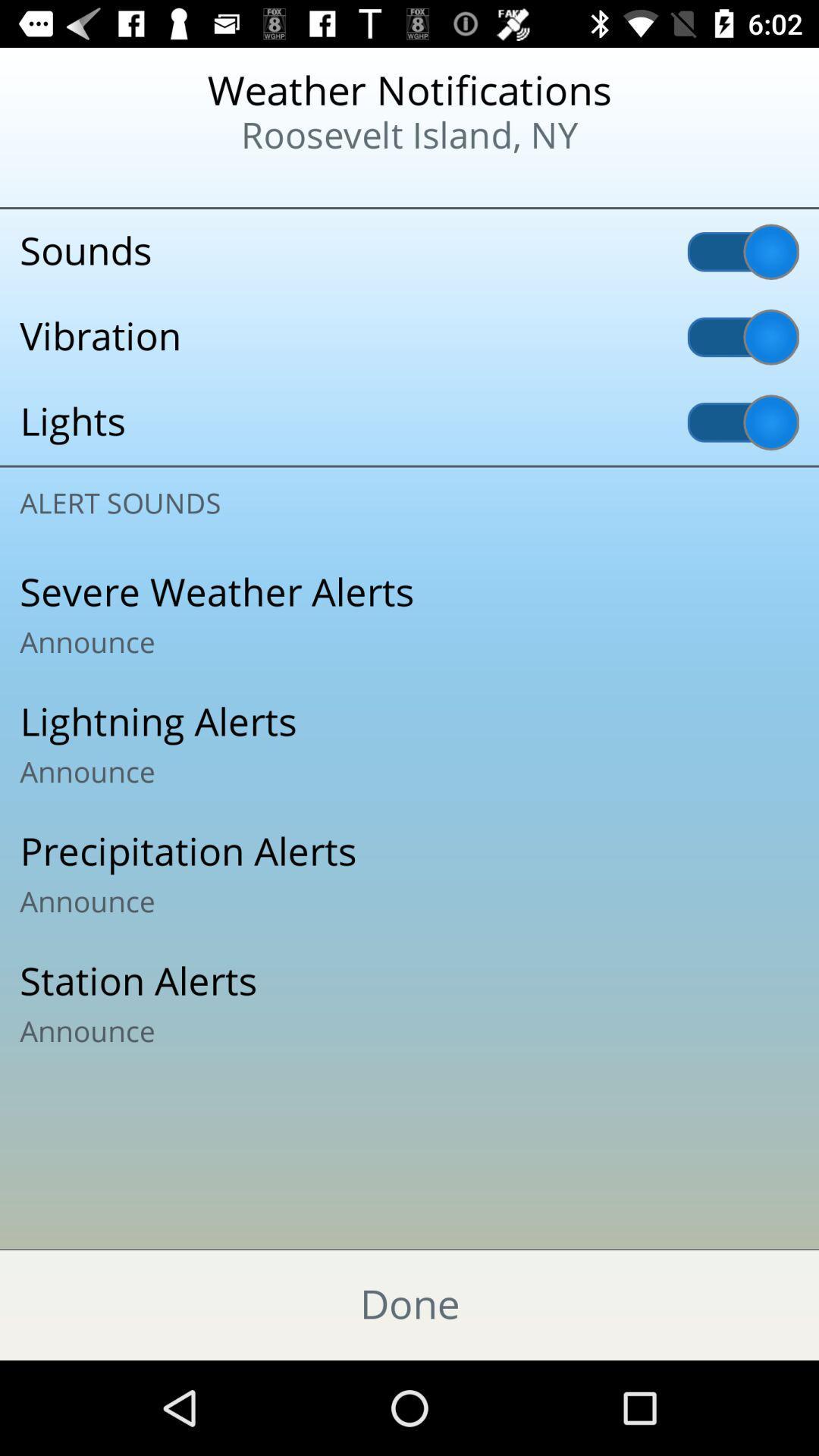  What do you see at coordinates (409, 422) in the screenshot?
I see `lights item` at bounding box center [409, 422].